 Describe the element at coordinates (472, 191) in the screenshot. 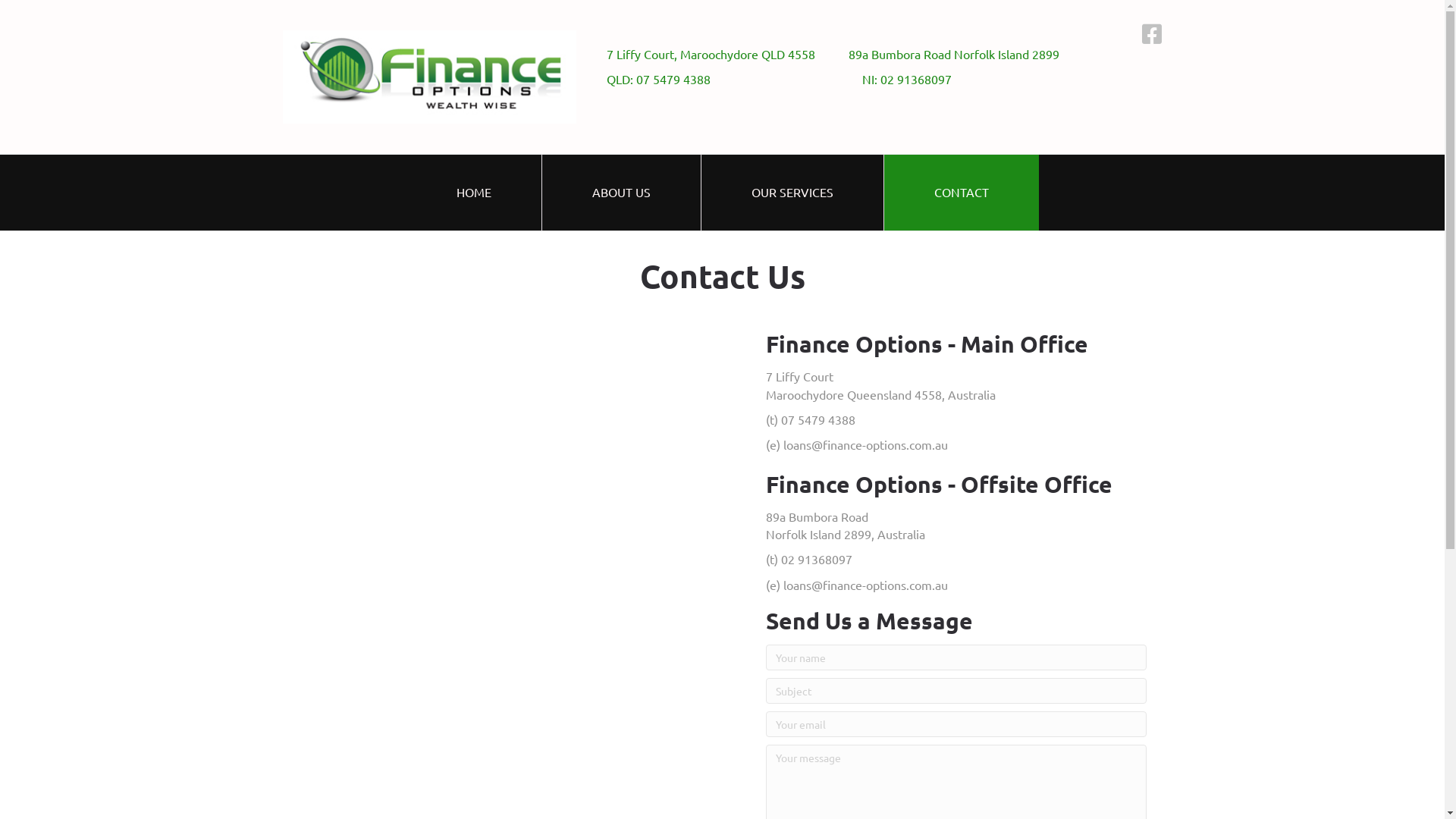

I see `'HOME'` at that location.